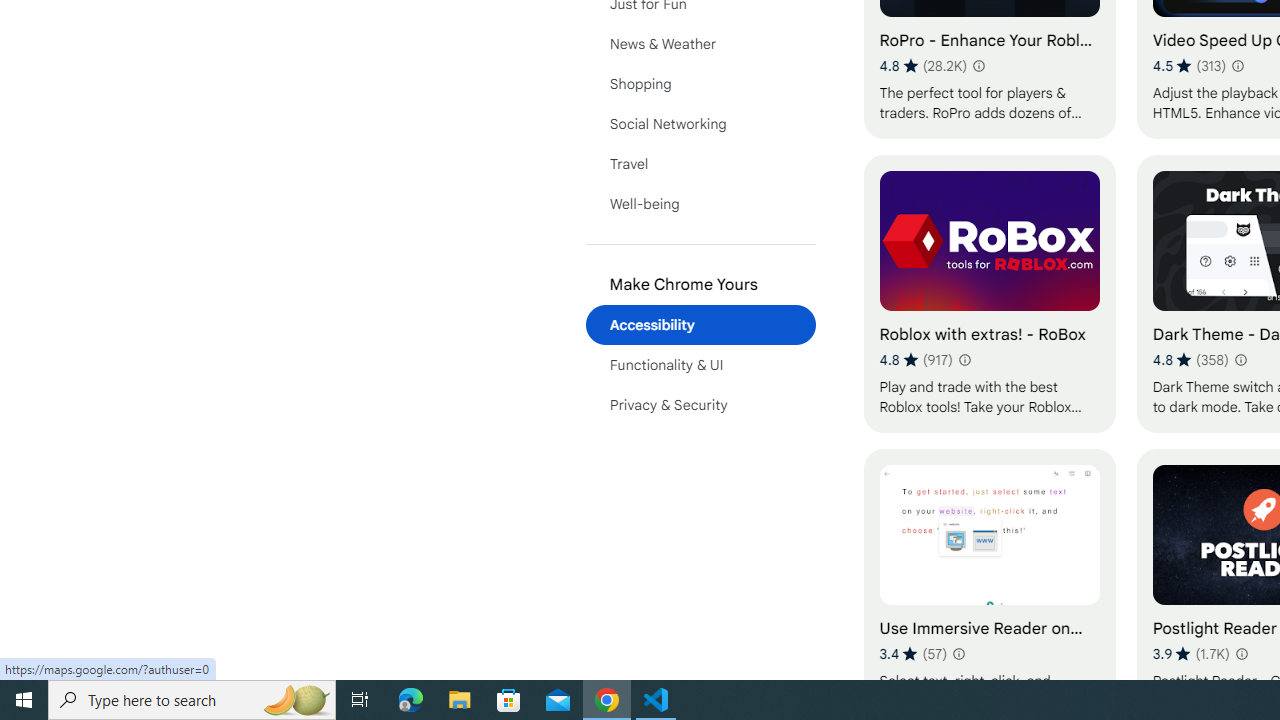 Image resolution: width=1280 pixels, height=720 pixels. I want to click on 'Travel', so click(700, 163).